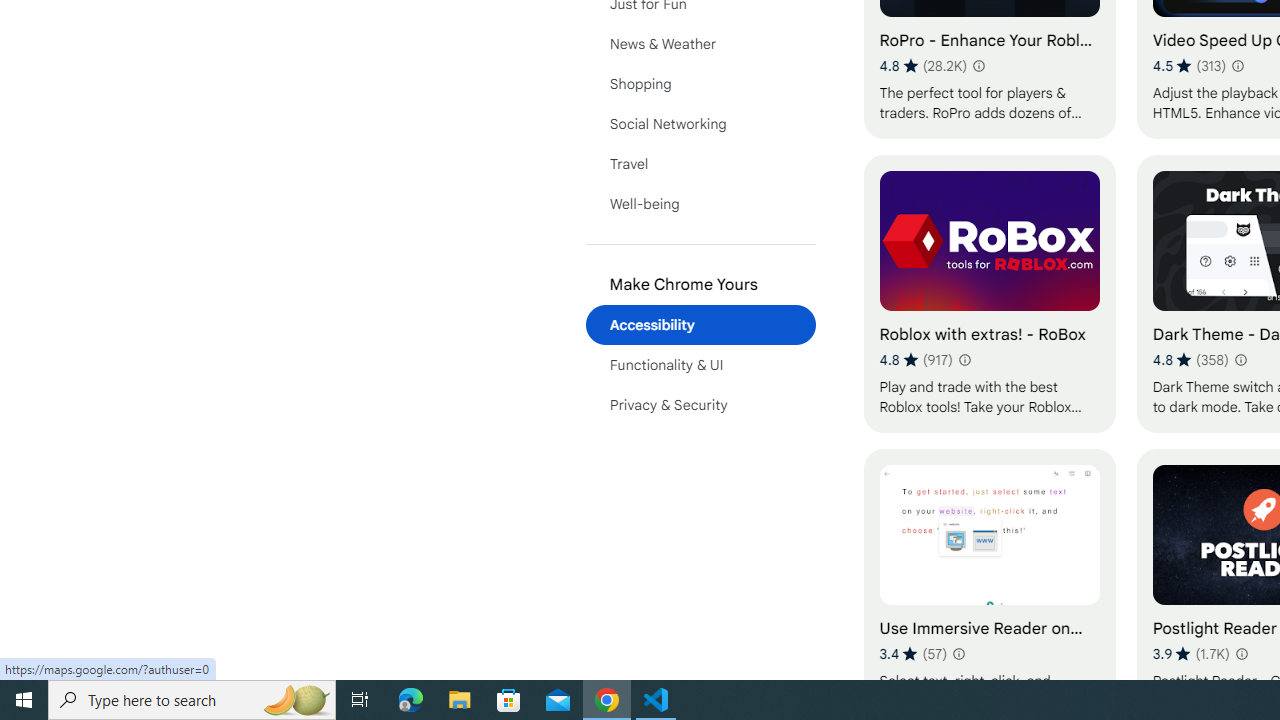 Image resolution: width=1280 pixels, height=720 pixels. I want to click on 'Travel', so click(700, 163).